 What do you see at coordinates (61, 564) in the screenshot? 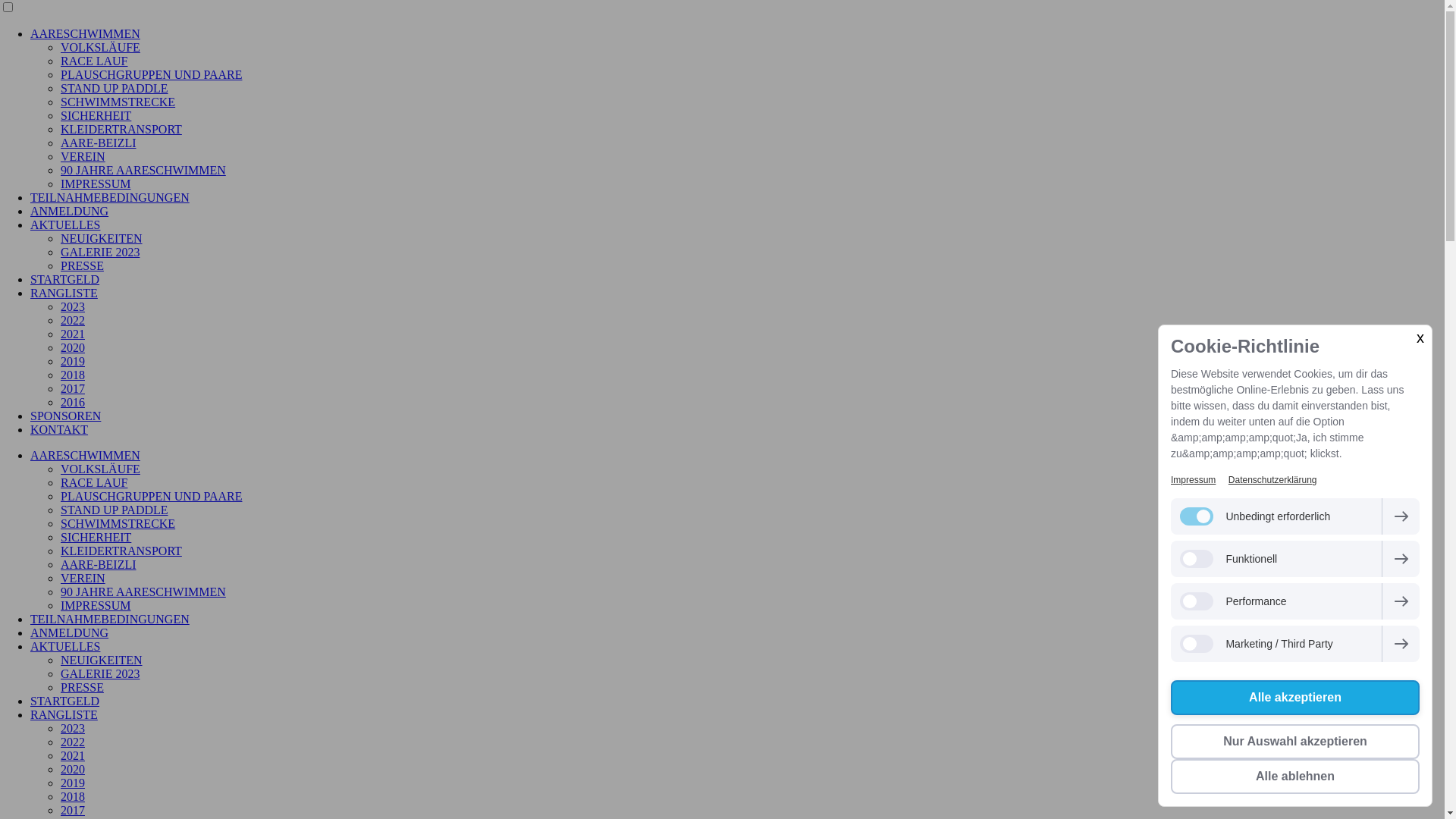
I see `'AARE-BEIZLI'` at bounding box center [61, 564].